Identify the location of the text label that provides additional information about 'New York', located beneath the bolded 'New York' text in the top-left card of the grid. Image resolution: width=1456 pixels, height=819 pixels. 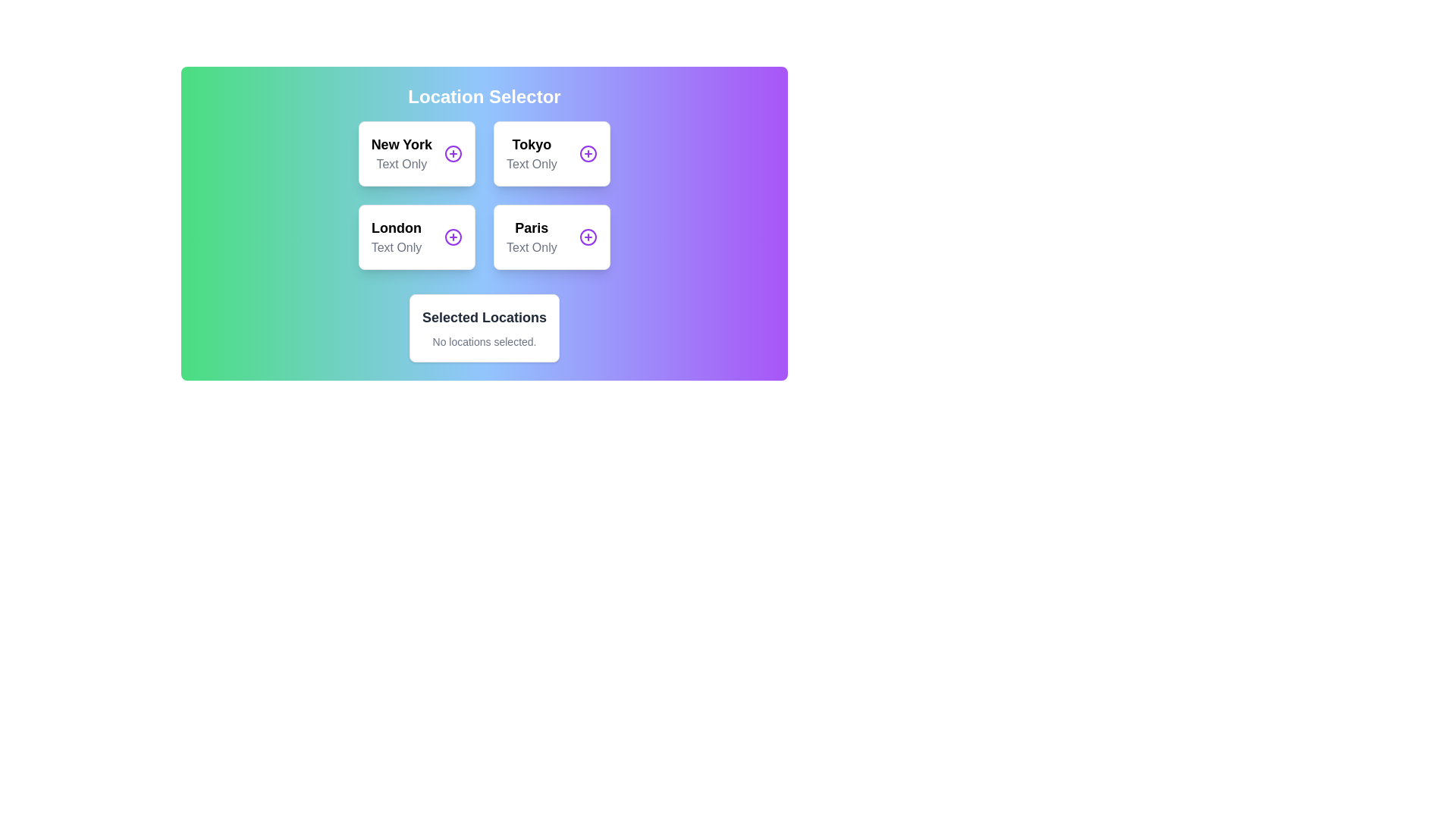
(401, 164).